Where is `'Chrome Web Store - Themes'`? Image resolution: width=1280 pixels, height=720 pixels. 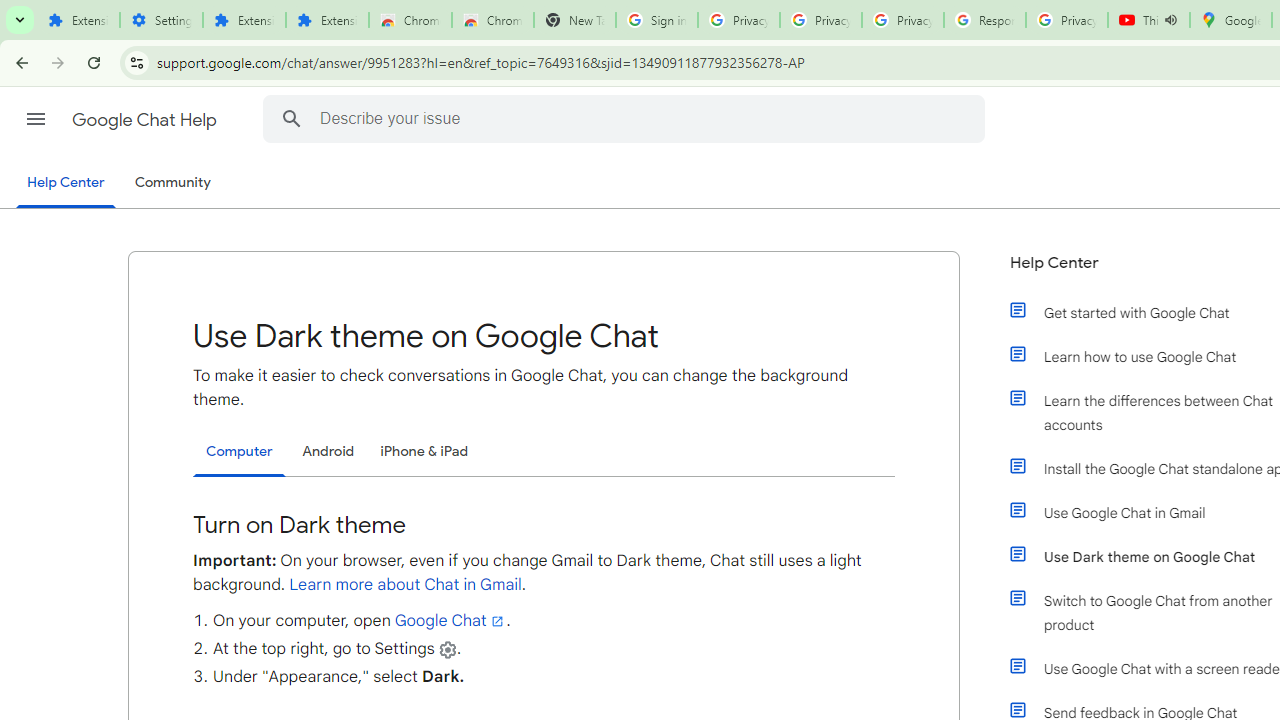
'Chrome Web Store - Themes' is located at coordinates (492, 20).